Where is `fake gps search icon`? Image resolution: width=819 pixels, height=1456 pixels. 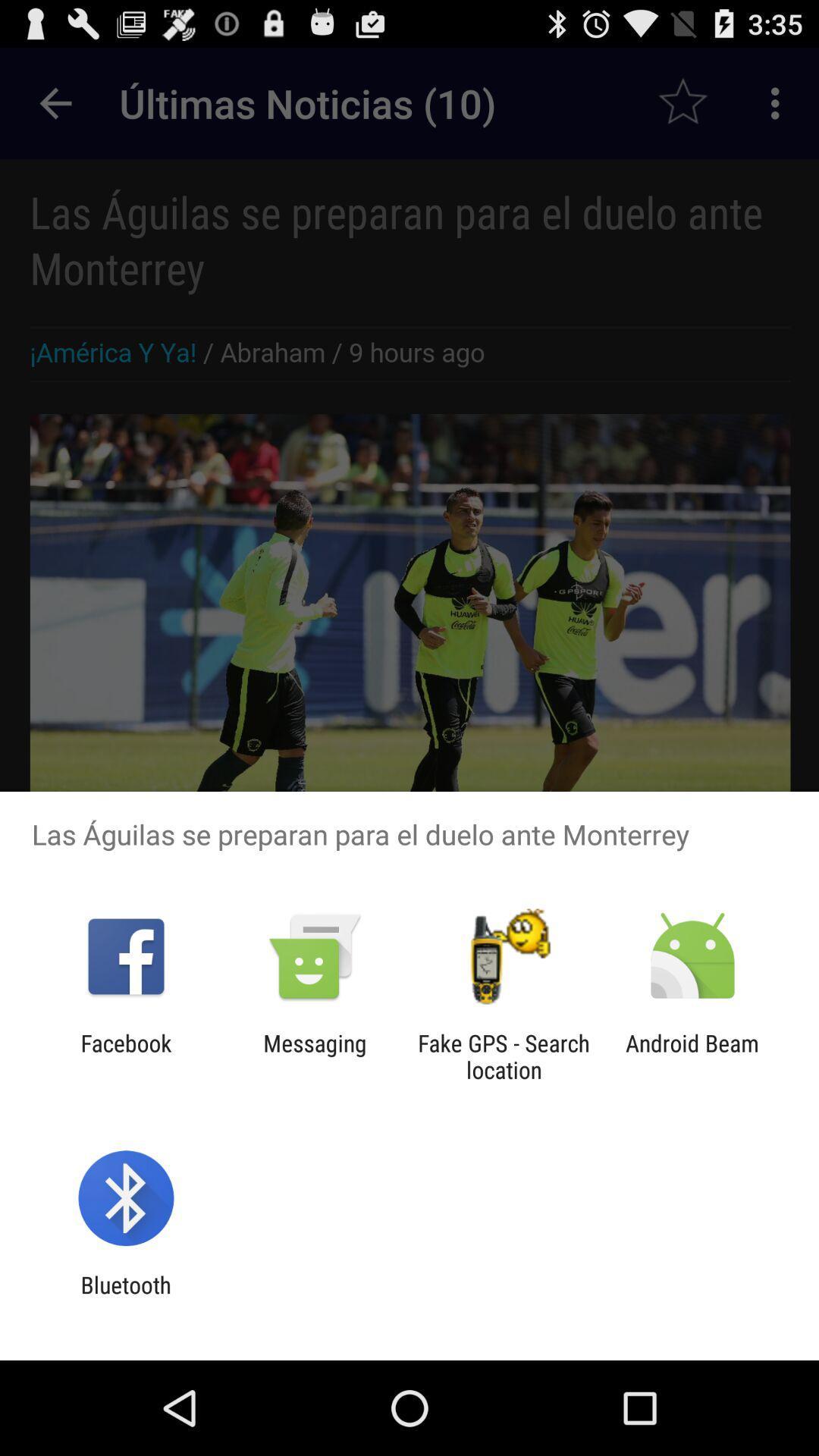 fake gps search icon is located at coordinates (504, 1056).